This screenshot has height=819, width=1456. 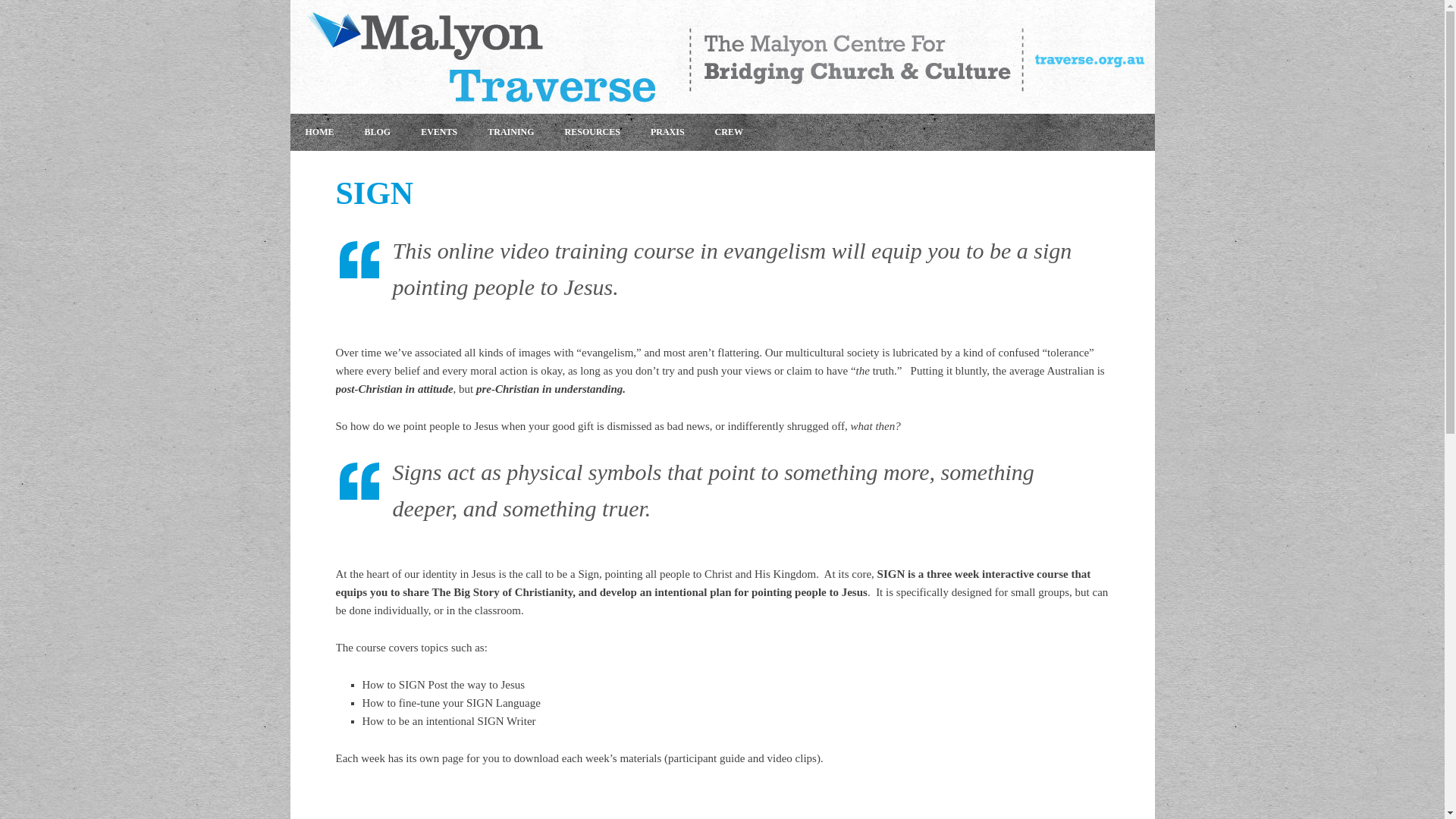 I want to click on 'HOME', so click(x=318, y=131).